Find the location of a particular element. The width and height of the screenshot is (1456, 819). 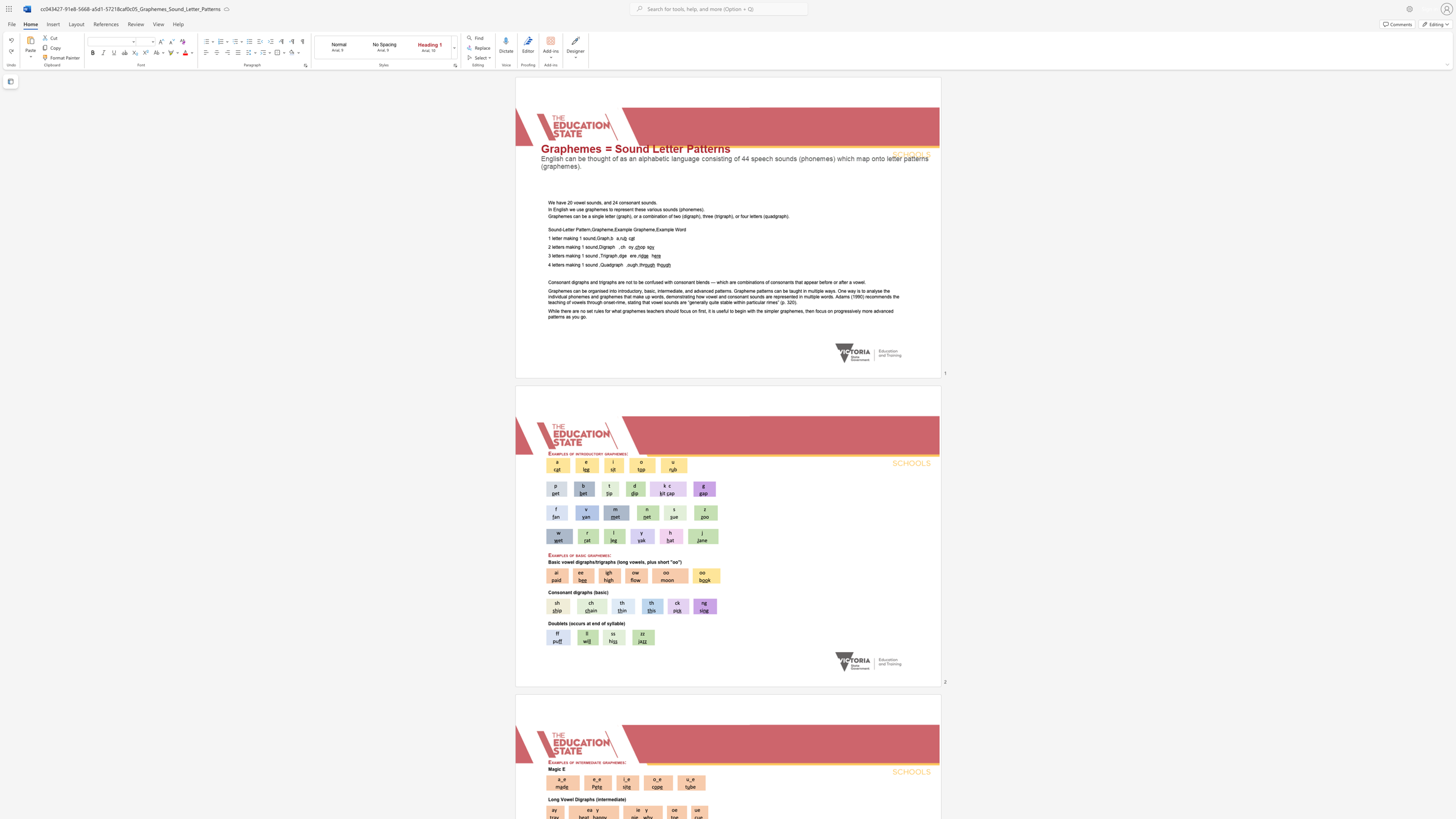

the subset text "quadgr" within the text "Graphemes can be a single letter (graph), or a combination of two (digraph), three (trigraph), or four letters (quadgraph)." is located at coordinates (764, 215).